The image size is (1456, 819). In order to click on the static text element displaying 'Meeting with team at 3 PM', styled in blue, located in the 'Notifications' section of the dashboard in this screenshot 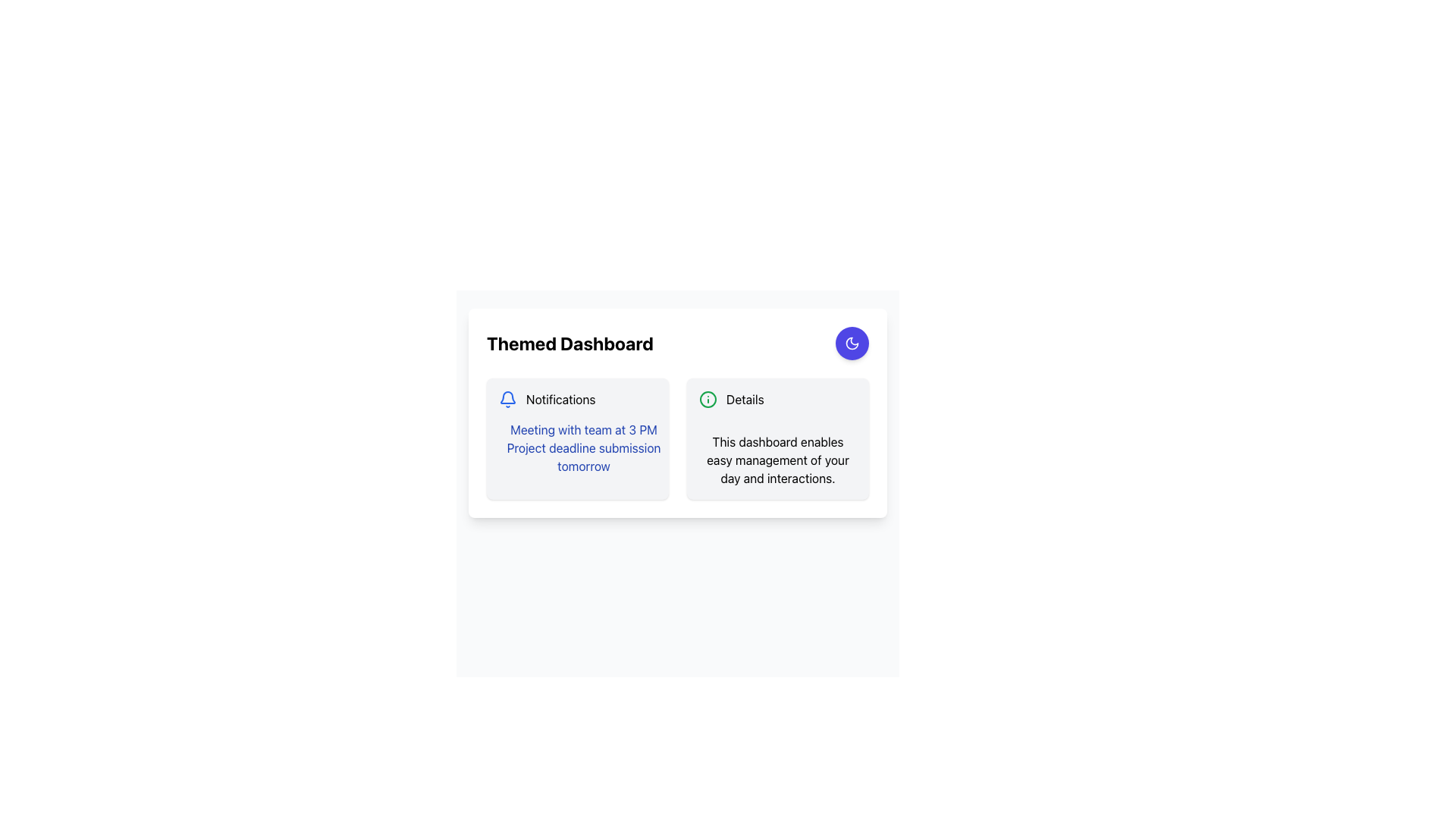, I will do `click(582, 430)`.